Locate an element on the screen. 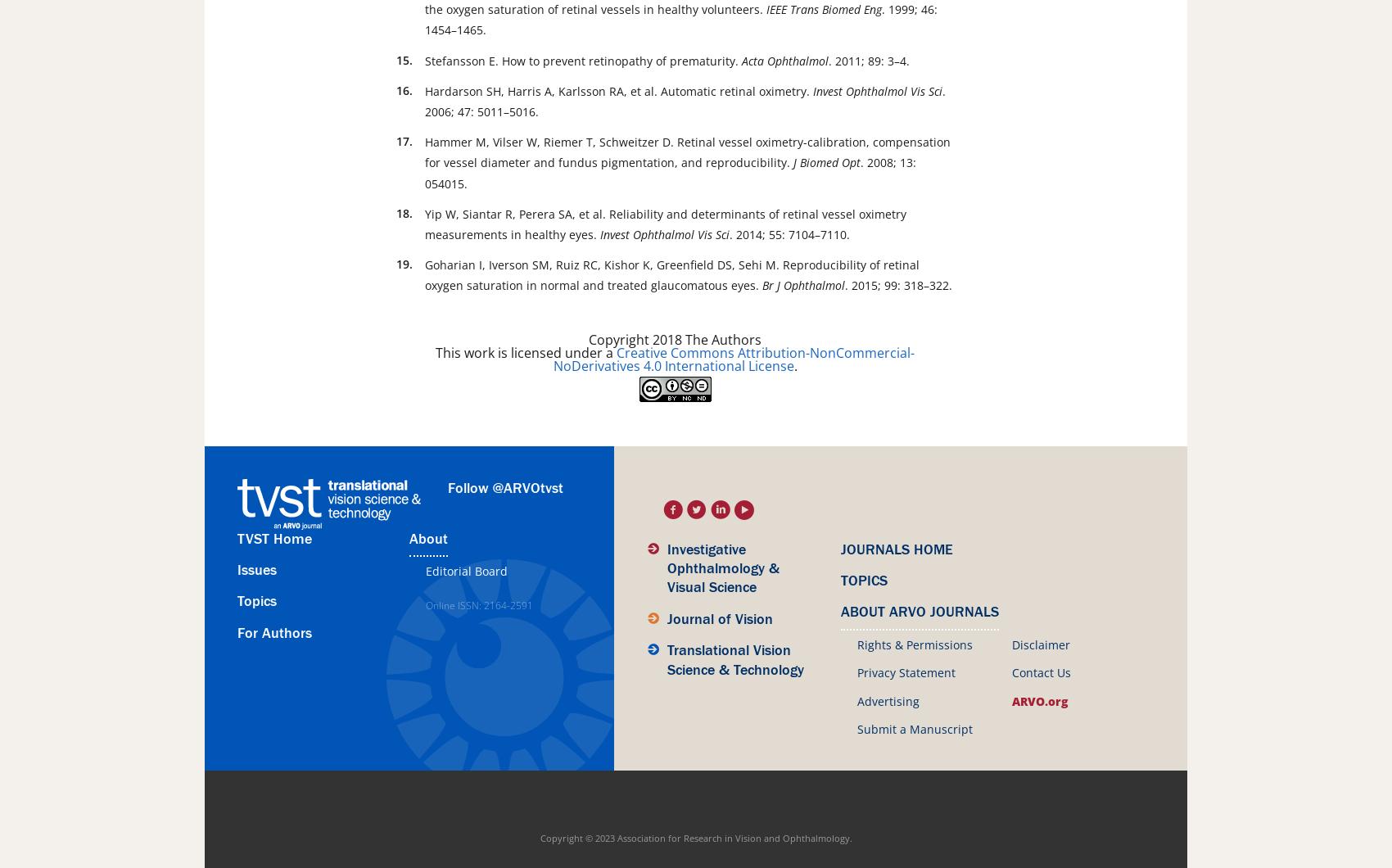 The width and height of the screenshot is (1392, 868). 'Contact Us' is located at coordinates (1010, 672).